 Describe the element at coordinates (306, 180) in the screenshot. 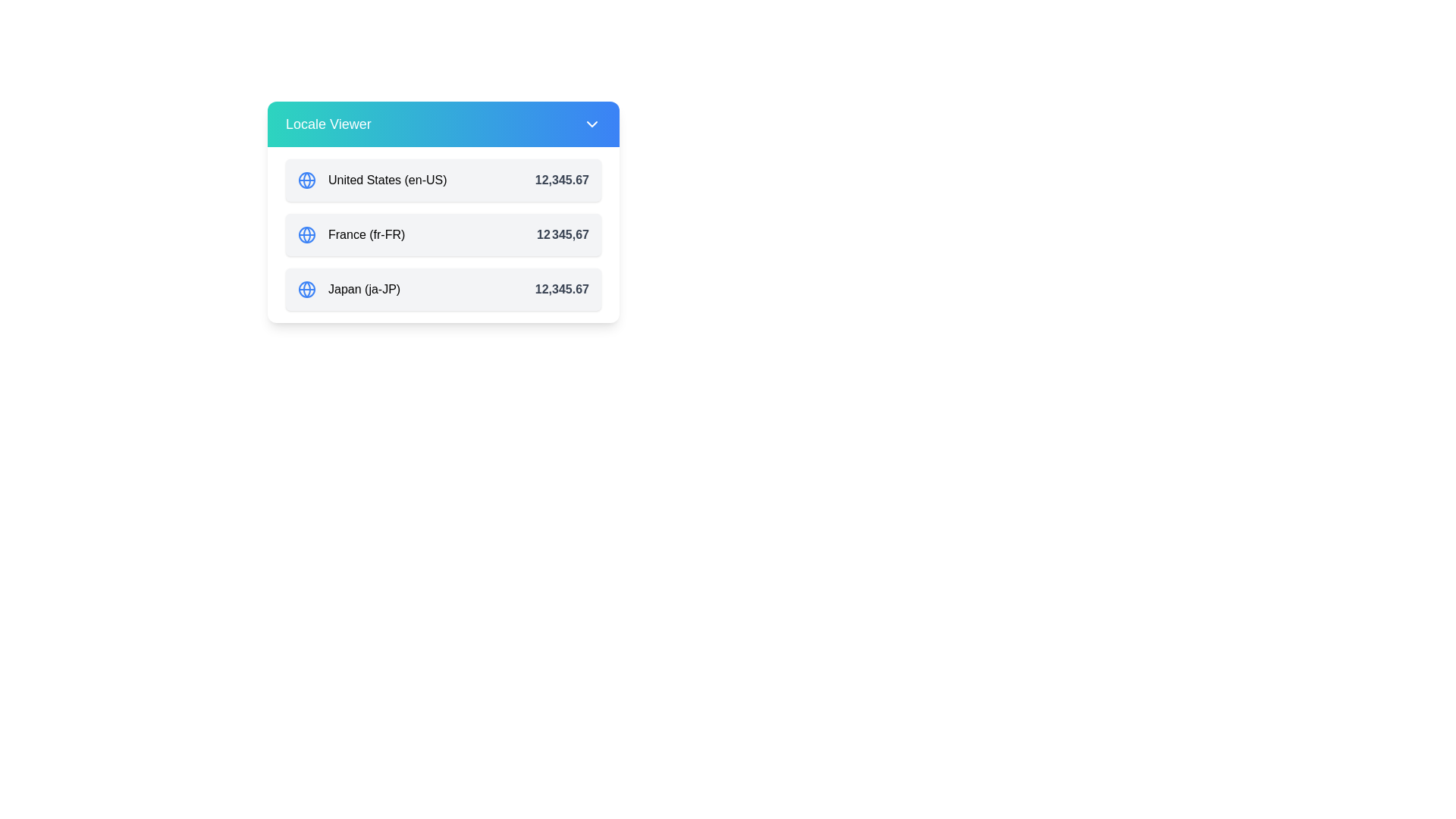

I see `the globe icon styled in blue with a circular outline and intersecting lines representing latitudes and longitudes, located next to the text 'United States (en-US)' in the 'Locale Viewer' menu` at that location.